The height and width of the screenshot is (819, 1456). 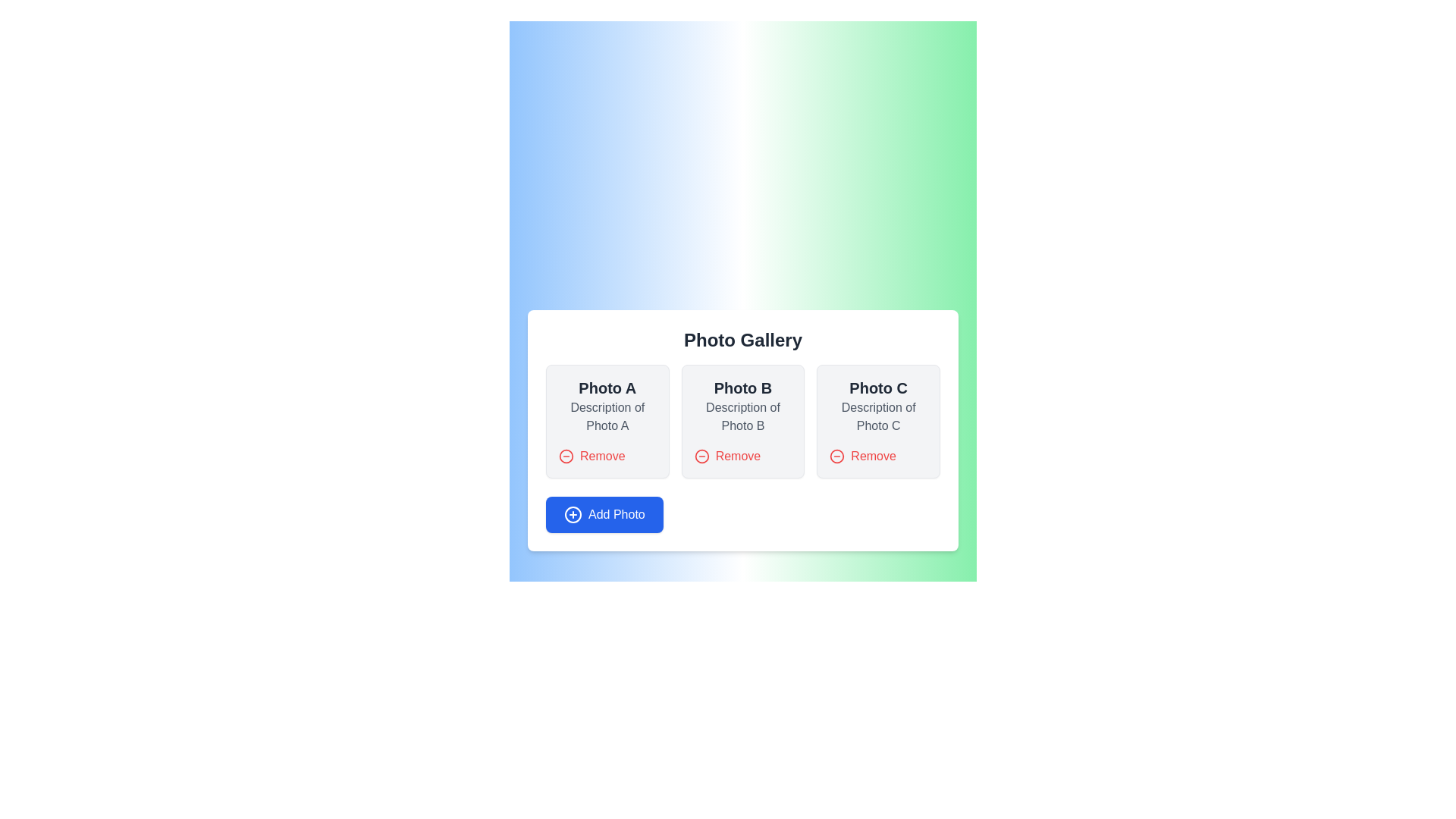 What do you see at coordinates (878, 421) in the screenshot?
I see `the Card element displaying 'Photo C' with a 'Remove' button styled in red text, located in the third column of the grid layout` at bounding box center [878, 421].